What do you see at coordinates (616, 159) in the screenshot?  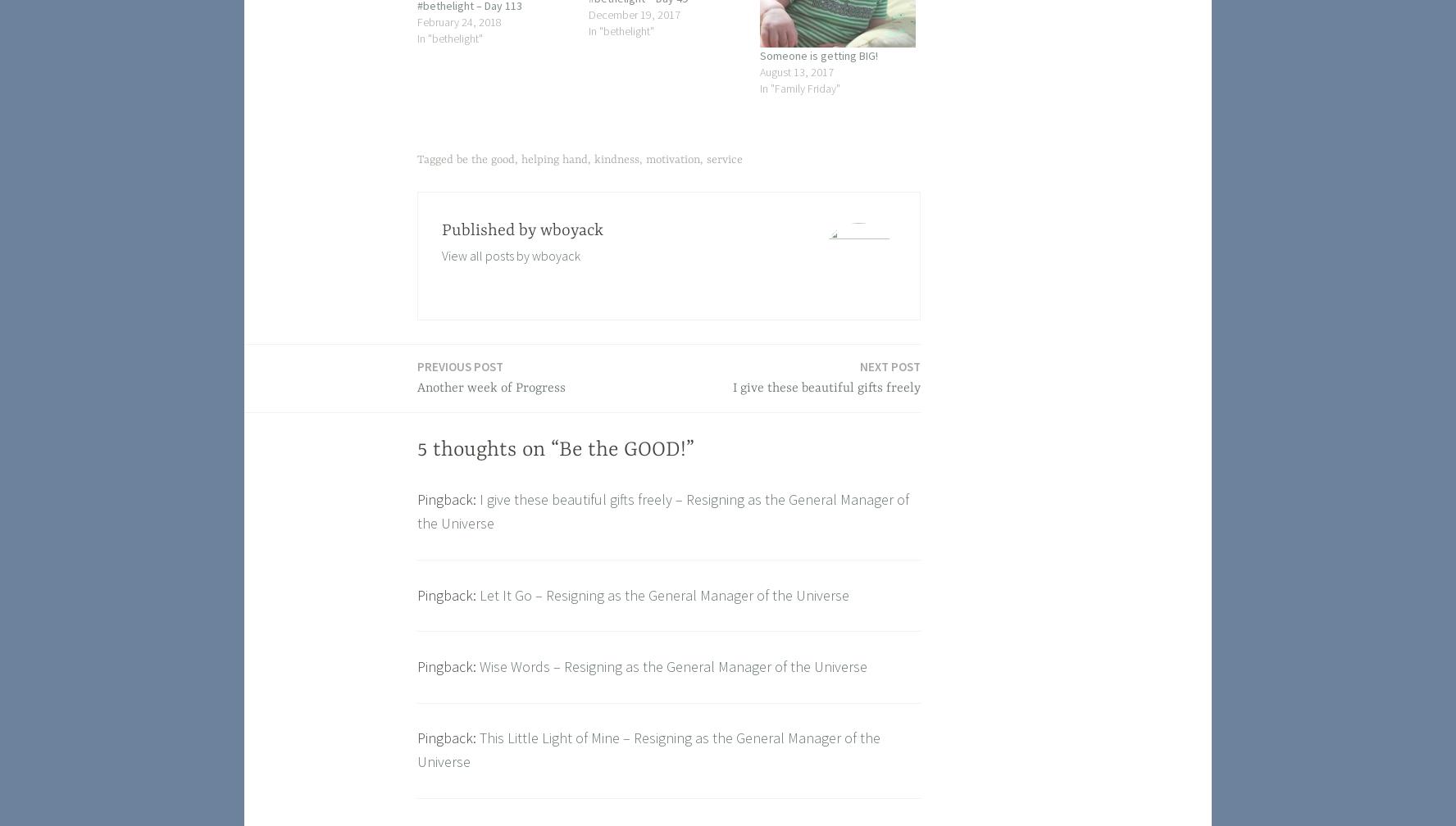 I see `'kindness'` at bounding box center [616, 159].